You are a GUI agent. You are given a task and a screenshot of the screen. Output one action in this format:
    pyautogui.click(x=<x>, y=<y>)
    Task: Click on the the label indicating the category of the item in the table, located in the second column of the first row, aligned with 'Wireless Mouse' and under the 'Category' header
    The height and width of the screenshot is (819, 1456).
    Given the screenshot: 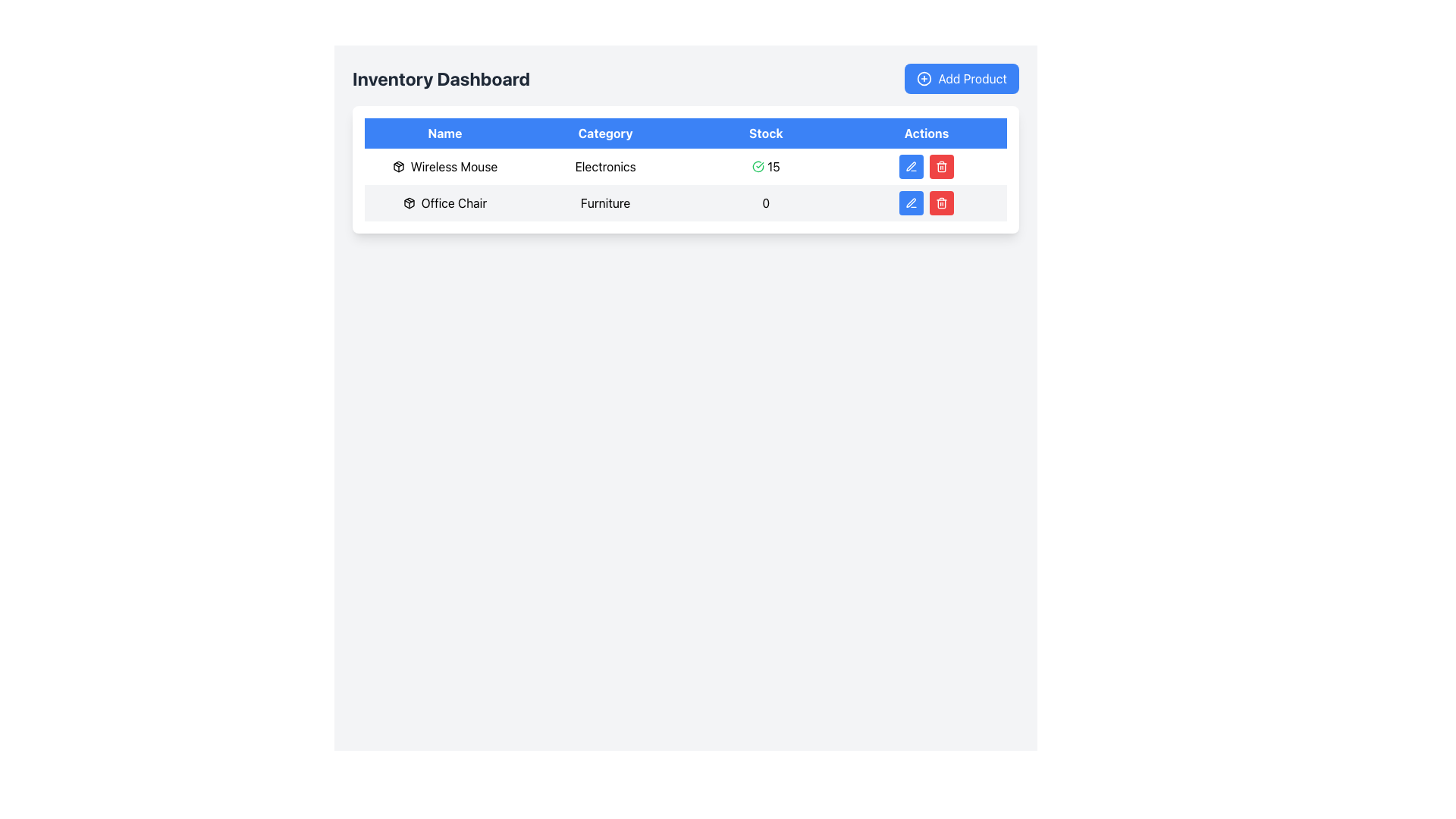 What is the action you would take?
    pyautogui.click(x=604, y=166)
    